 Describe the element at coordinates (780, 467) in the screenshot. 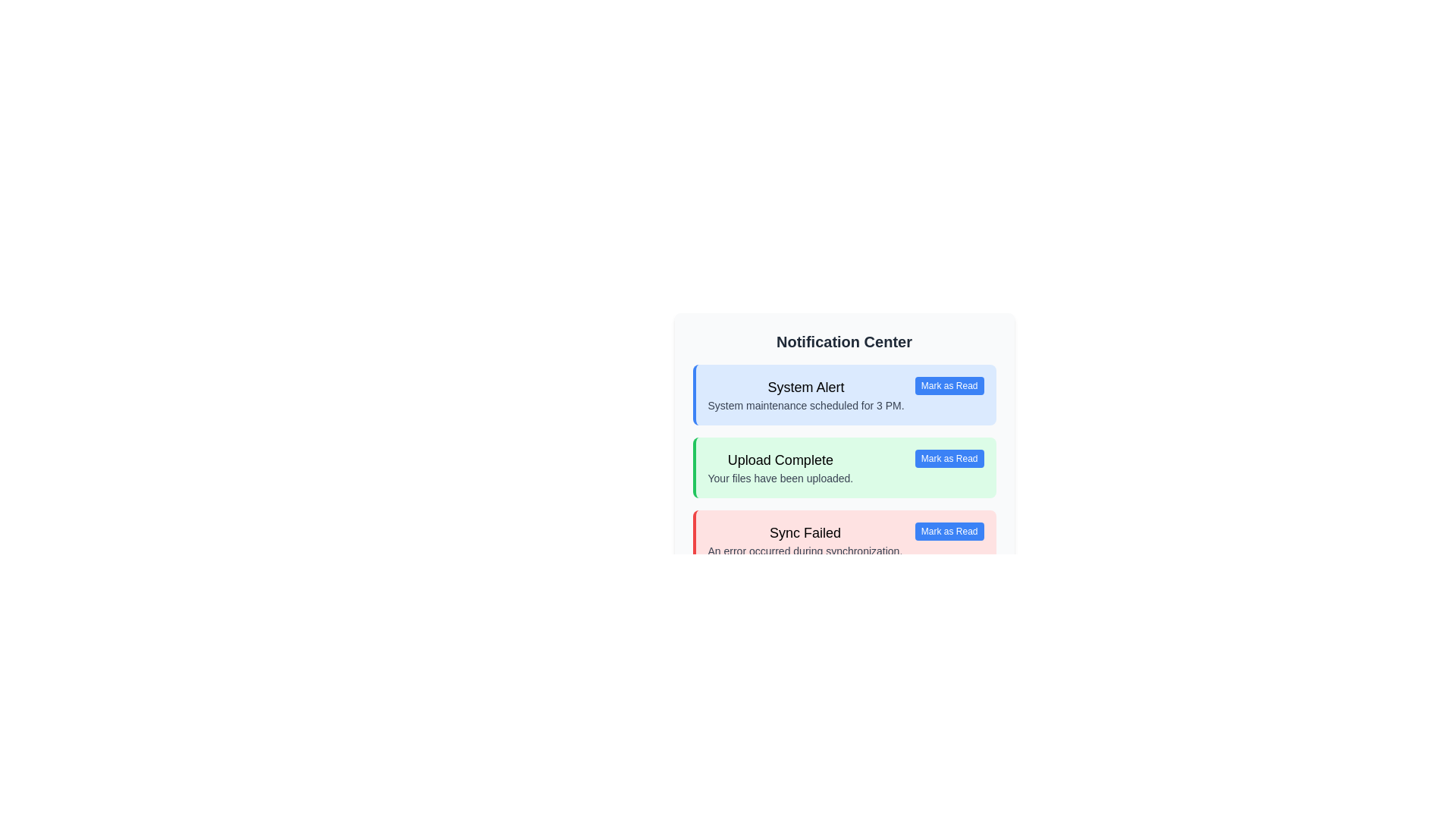

I see `the Notification text block displaying 'Upload Complete' and 'Your files have been uploaded.' for details` at that location.